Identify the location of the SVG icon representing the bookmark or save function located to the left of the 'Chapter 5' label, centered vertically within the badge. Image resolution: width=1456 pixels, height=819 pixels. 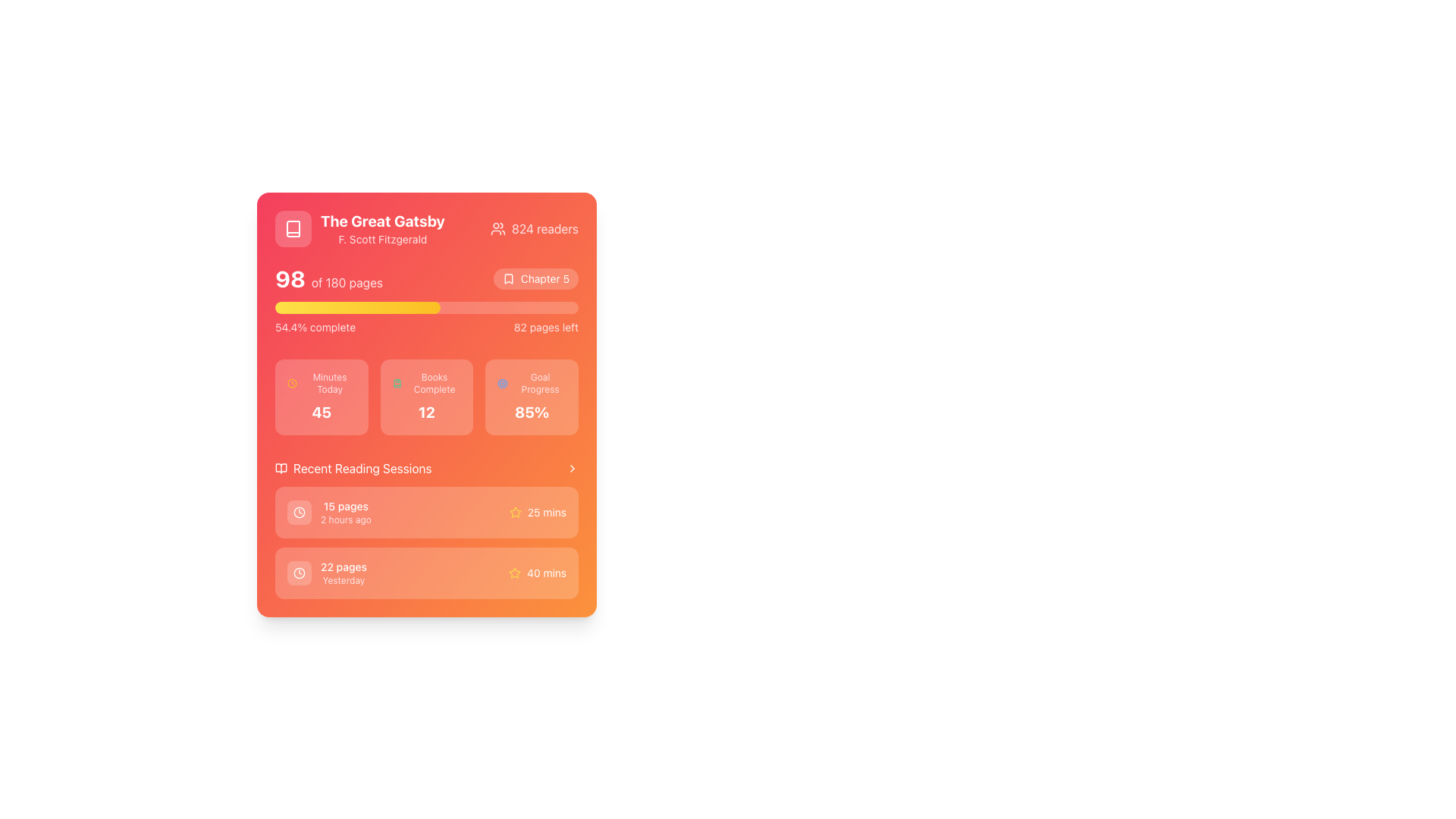
(508, 278).